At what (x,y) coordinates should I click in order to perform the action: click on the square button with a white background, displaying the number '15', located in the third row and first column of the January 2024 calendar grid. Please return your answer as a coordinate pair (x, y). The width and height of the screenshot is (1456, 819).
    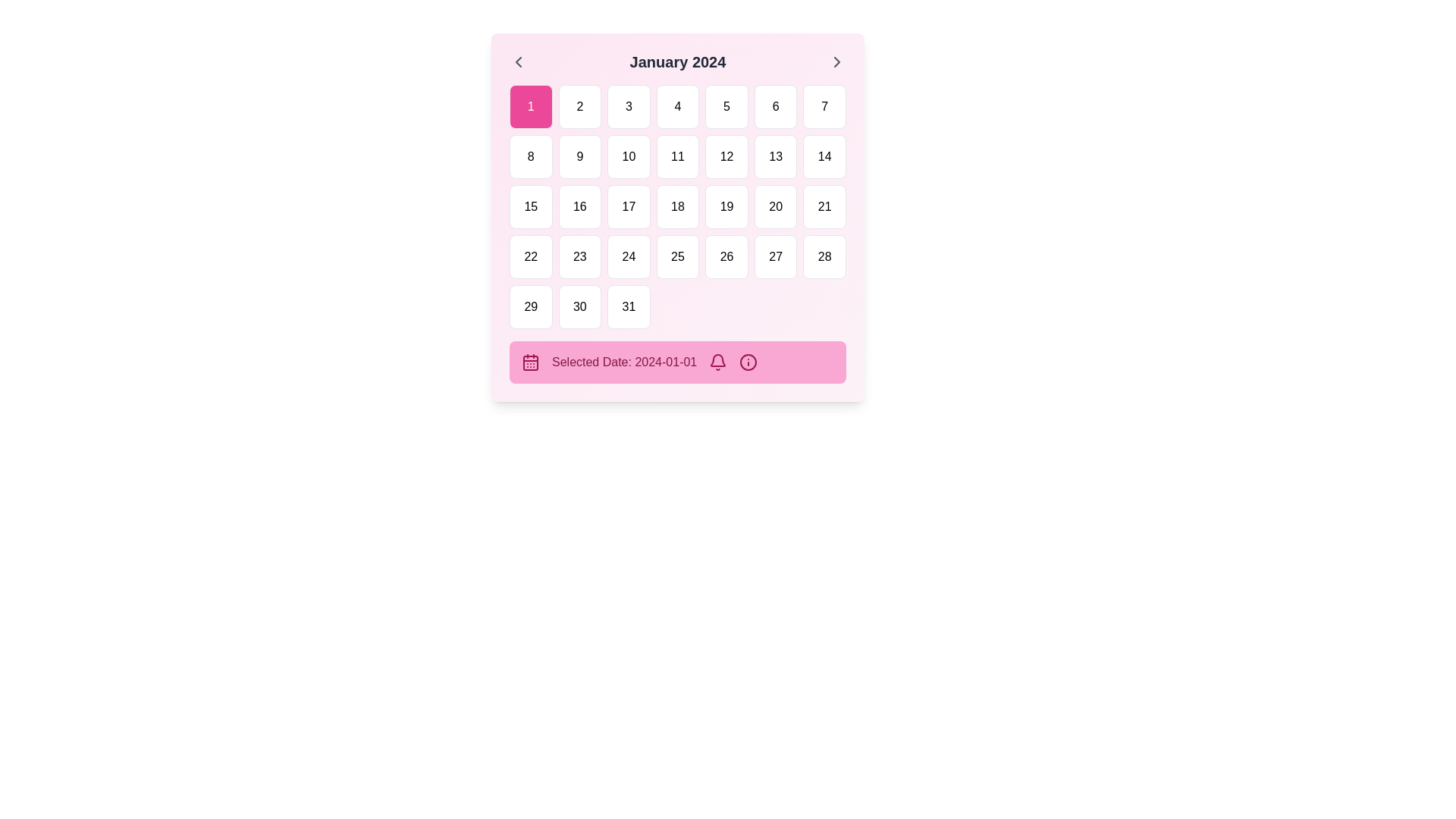
    Looking at the image, I should click on (531, 207).